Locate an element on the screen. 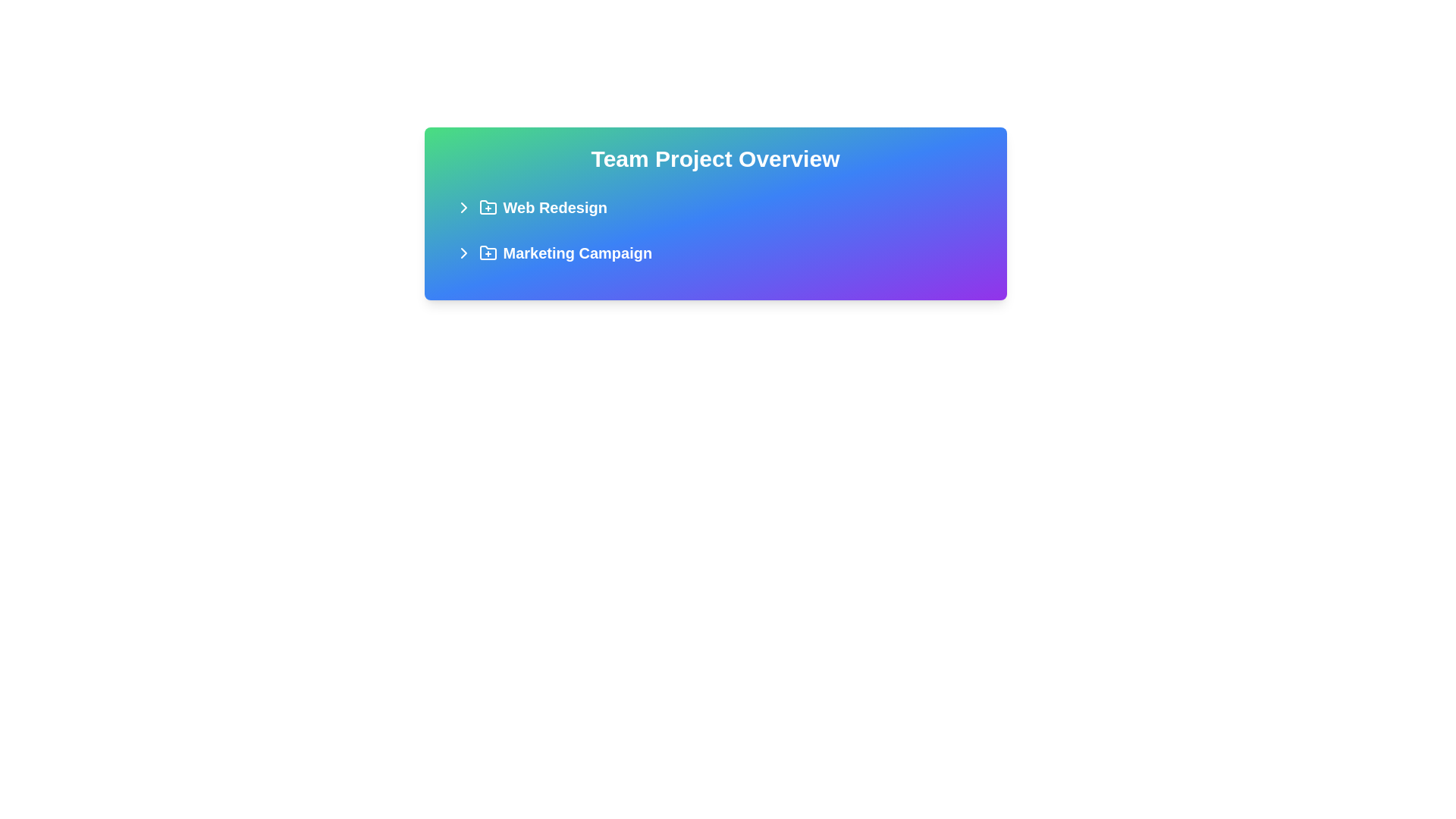 This screenshot has height=819, width=1456. the project title Marketing Campaign to navigate or select it is located at coordinates (714, 253).